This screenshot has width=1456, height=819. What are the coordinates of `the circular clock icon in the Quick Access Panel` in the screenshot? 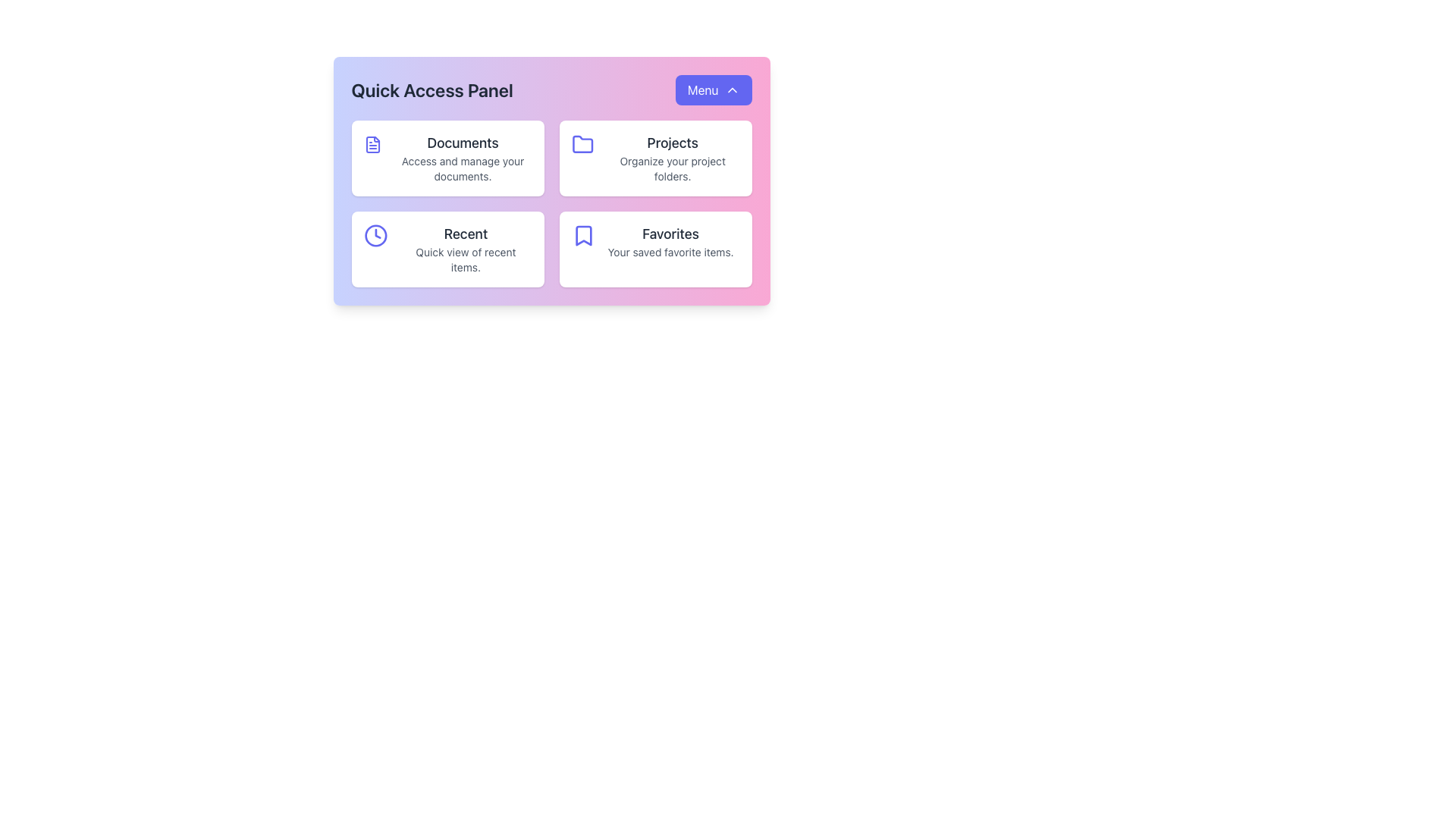 It's located at (375, 236).